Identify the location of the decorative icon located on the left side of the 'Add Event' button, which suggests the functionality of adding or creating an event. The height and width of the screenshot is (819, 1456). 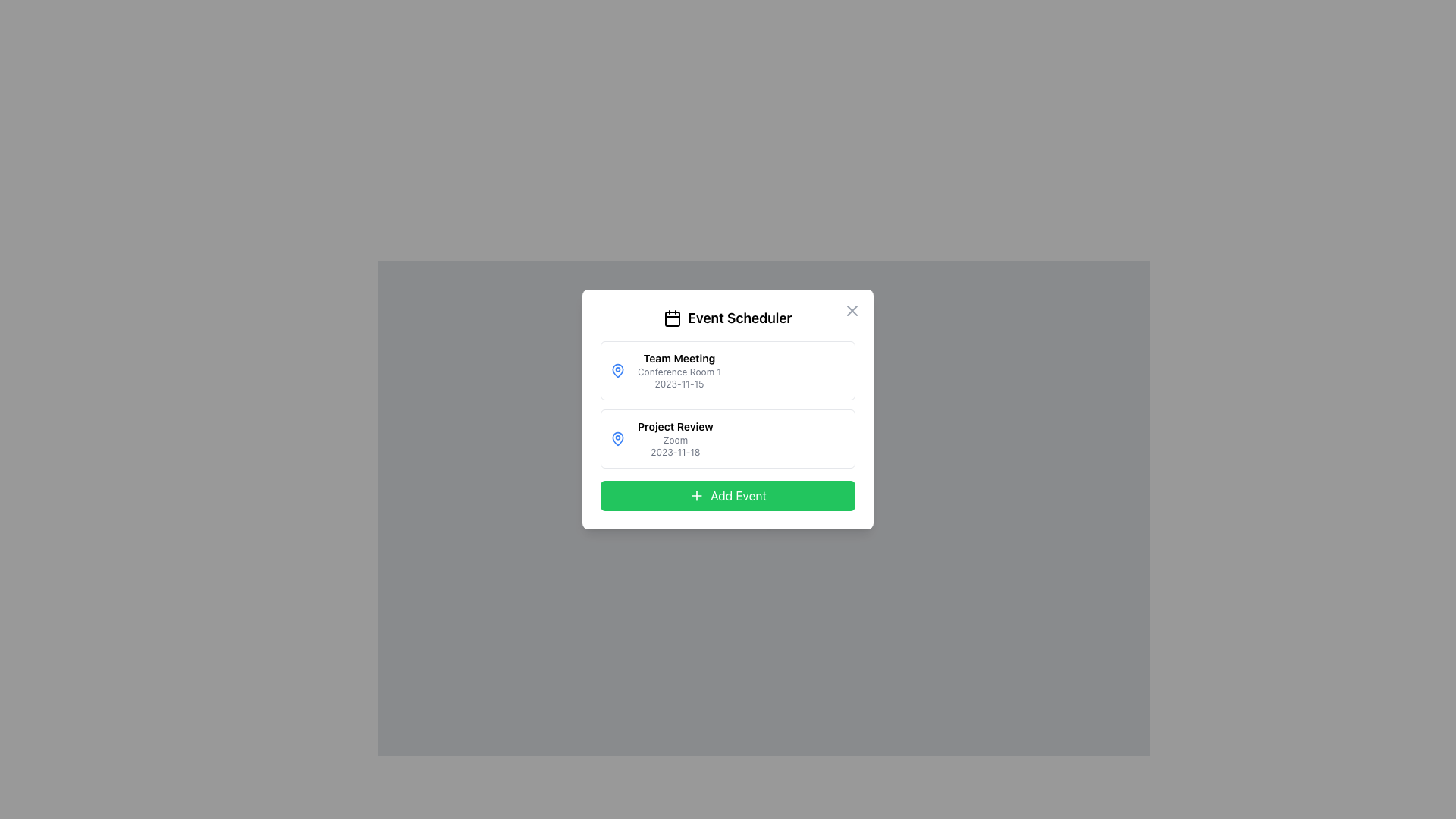
(696, 496).